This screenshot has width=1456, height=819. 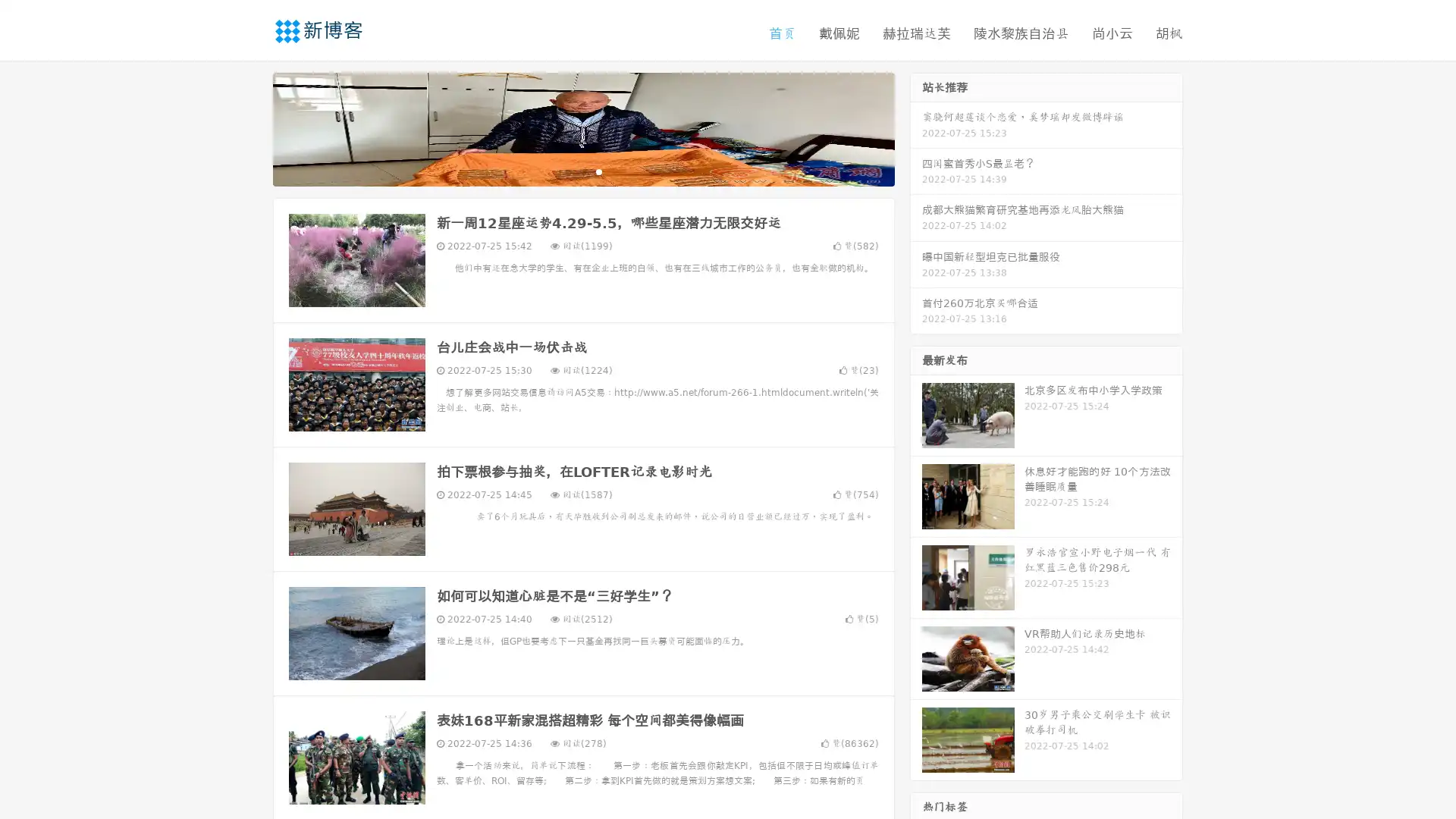 I want to click on Go to slide 2, so click(x=582, y=171).